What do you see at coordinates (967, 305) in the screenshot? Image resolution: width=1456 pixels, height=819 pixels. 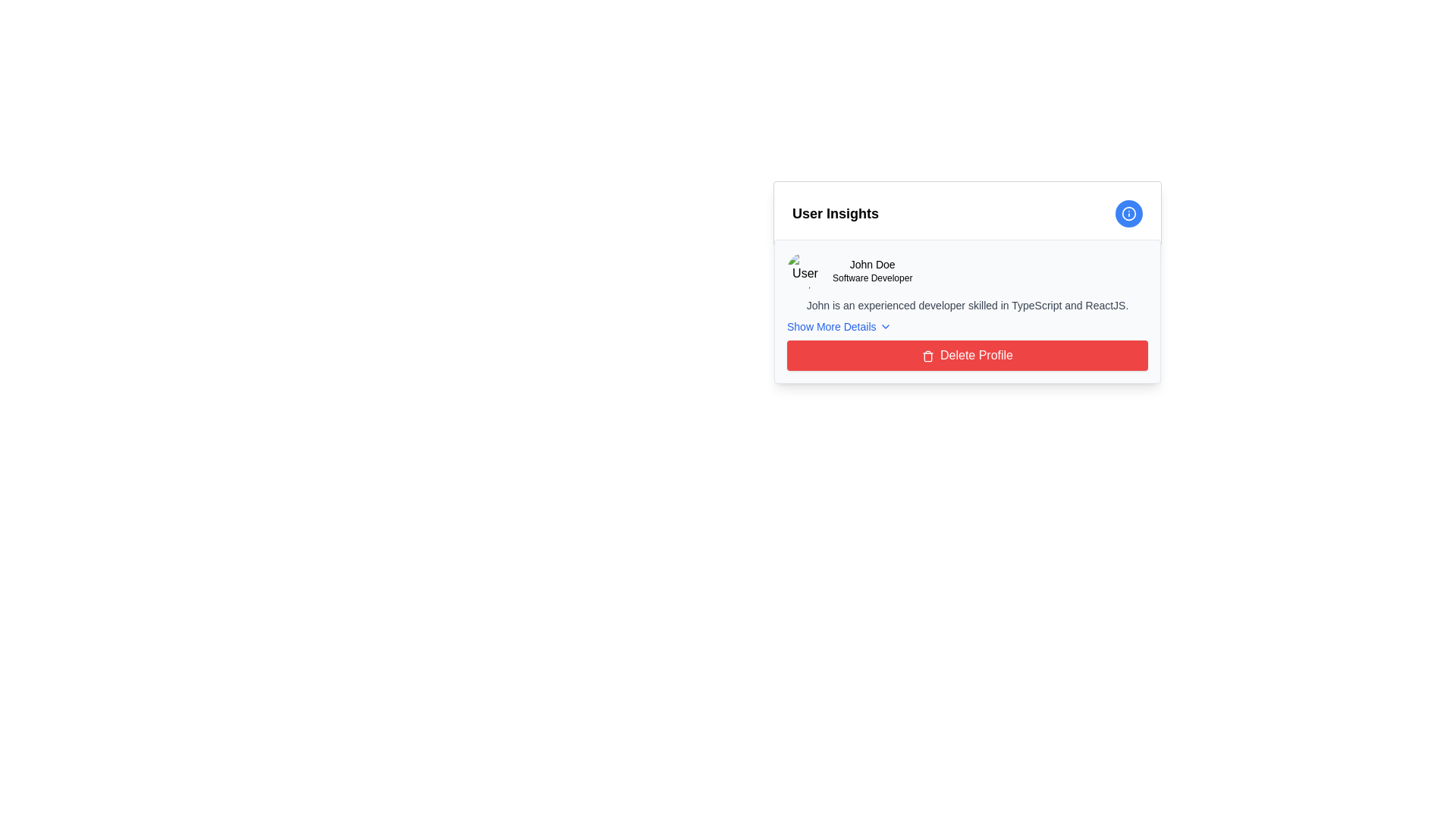 I see `descriptive text about the user's professional skills and expertise located in the 'User Insights' section, positioned above the 'Show More Details' text and below the user's name and designation` at bounding box center [967, 305].